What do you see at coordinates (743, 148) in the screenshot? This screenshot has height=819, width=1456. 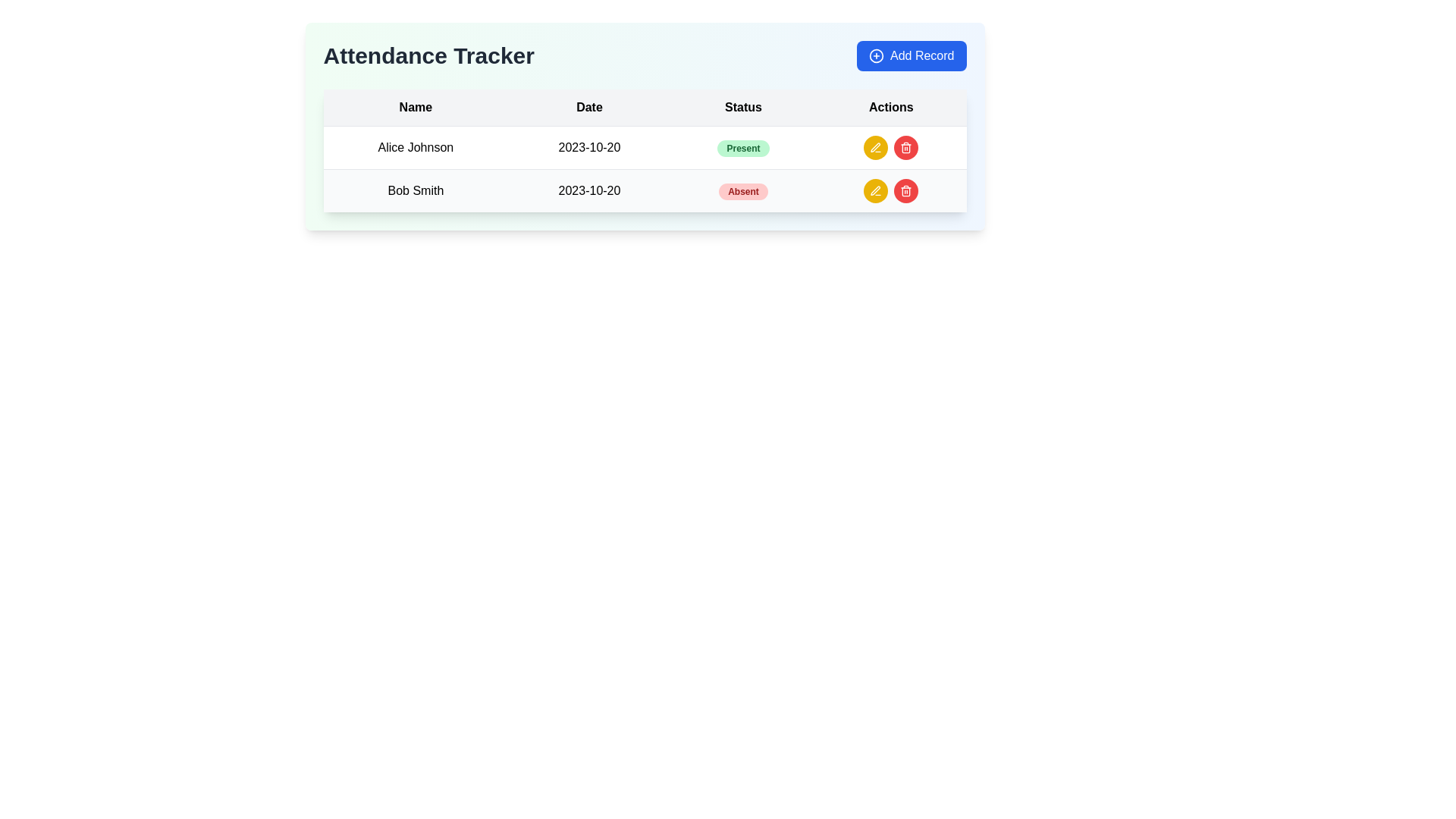 I see `the attendance status indicator for 'Alice Johnson' marked as 'Present' in the Status column of the attendance table` at bounding box center [743, 148].